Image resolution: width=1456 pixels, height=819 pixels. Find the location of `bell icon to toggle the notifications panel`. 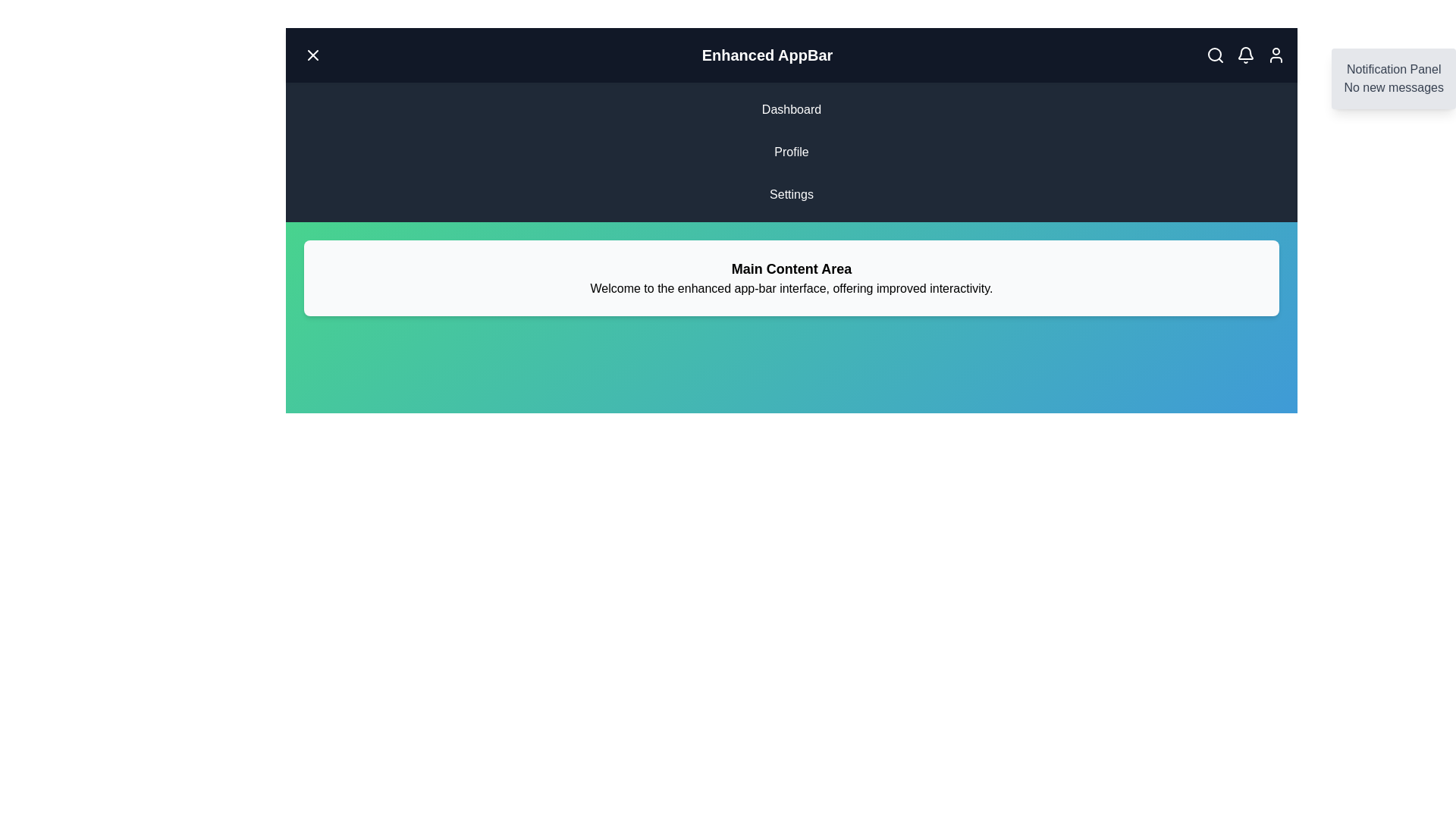

bell icon to toggle the notifications panel is located at coordinates (1245, 55).